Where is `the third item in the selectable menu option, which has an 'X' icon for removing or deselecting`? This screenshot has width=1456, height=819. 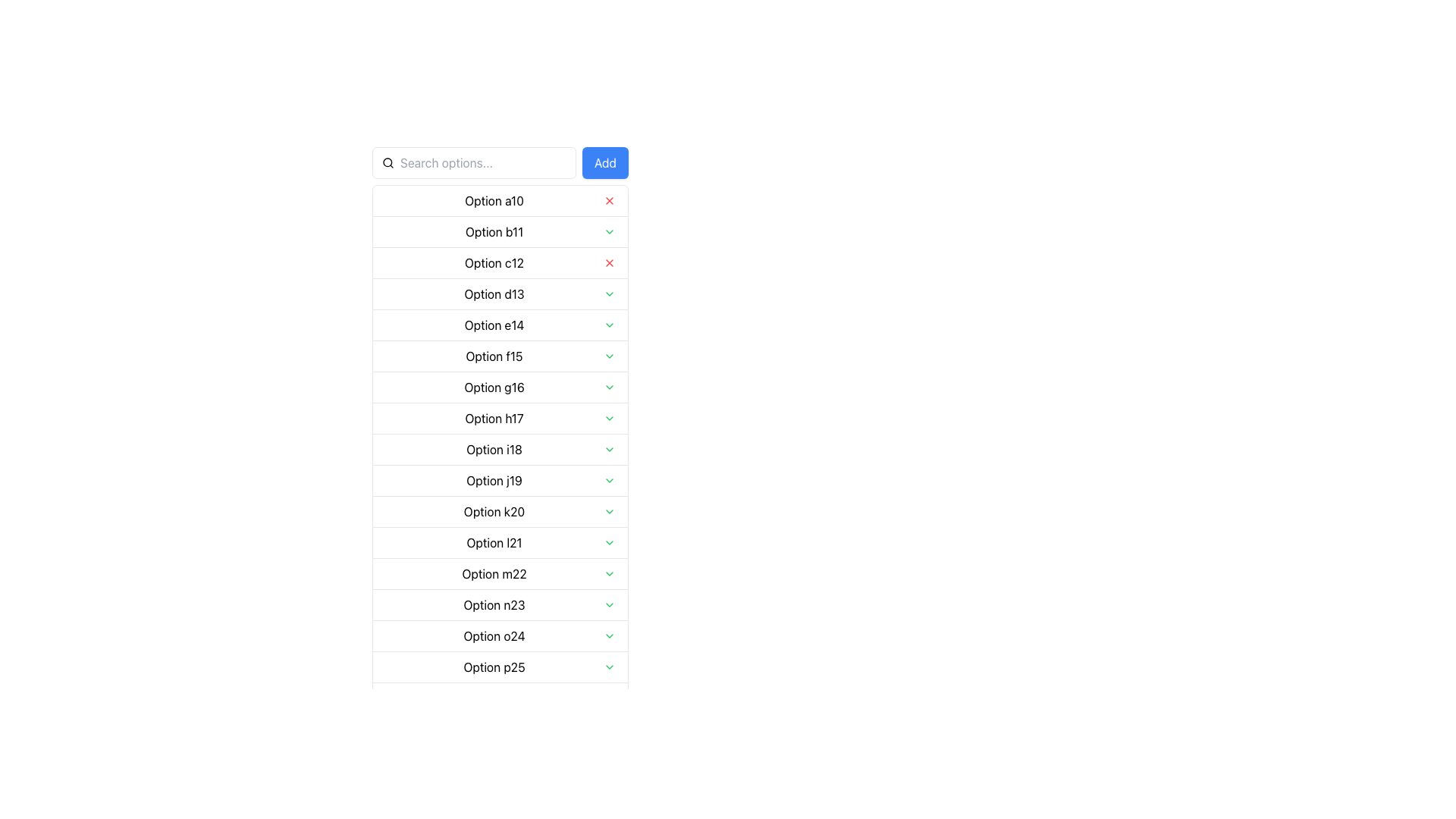
the third item in the selectable menu option, which has an 'X' icon for removing or deselecting is located at coordinates (500, 262).